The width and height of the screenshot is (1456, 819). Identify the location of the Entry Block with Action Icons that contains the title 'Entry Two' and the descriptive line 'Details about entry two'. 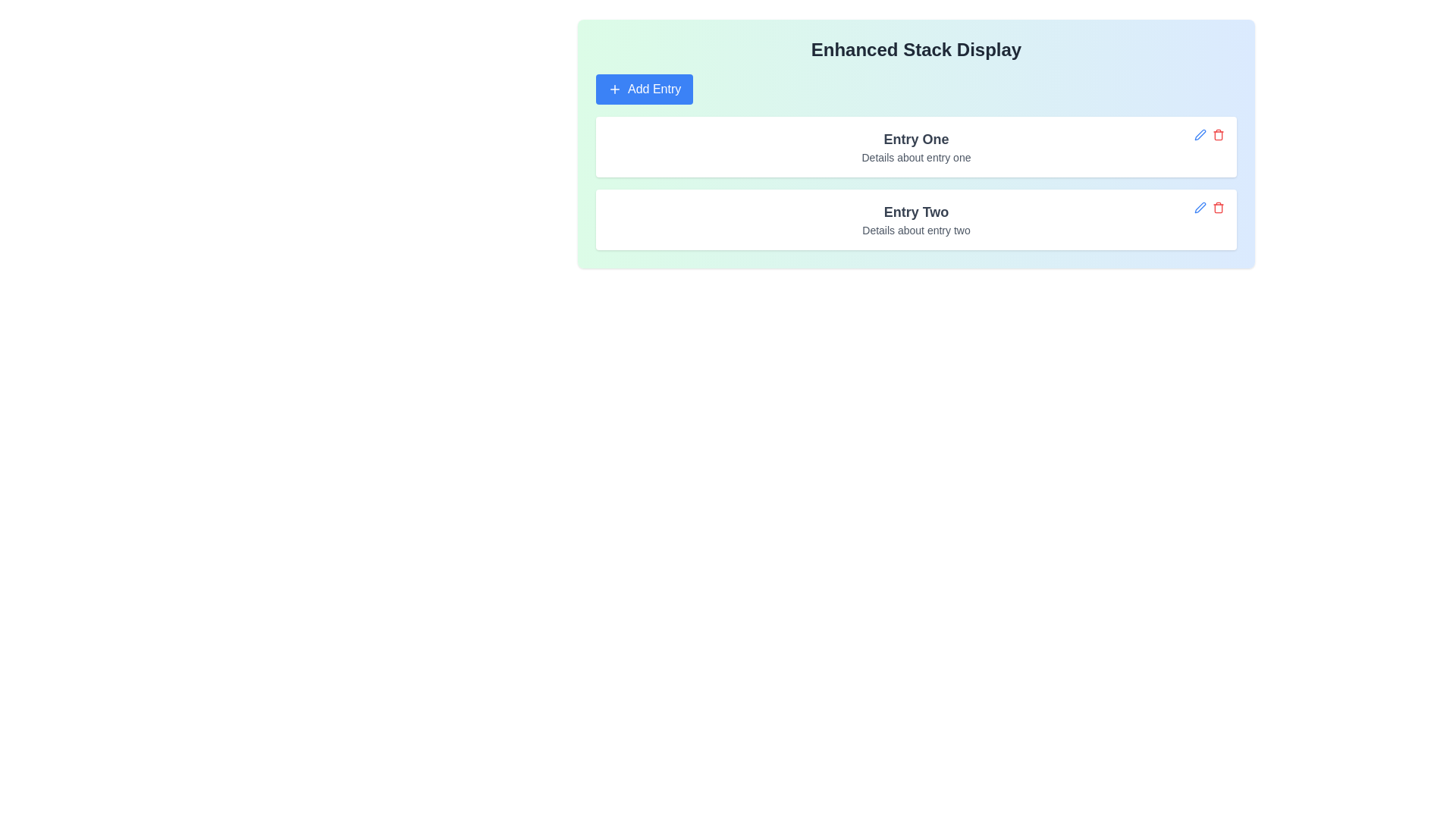
(915, 219).